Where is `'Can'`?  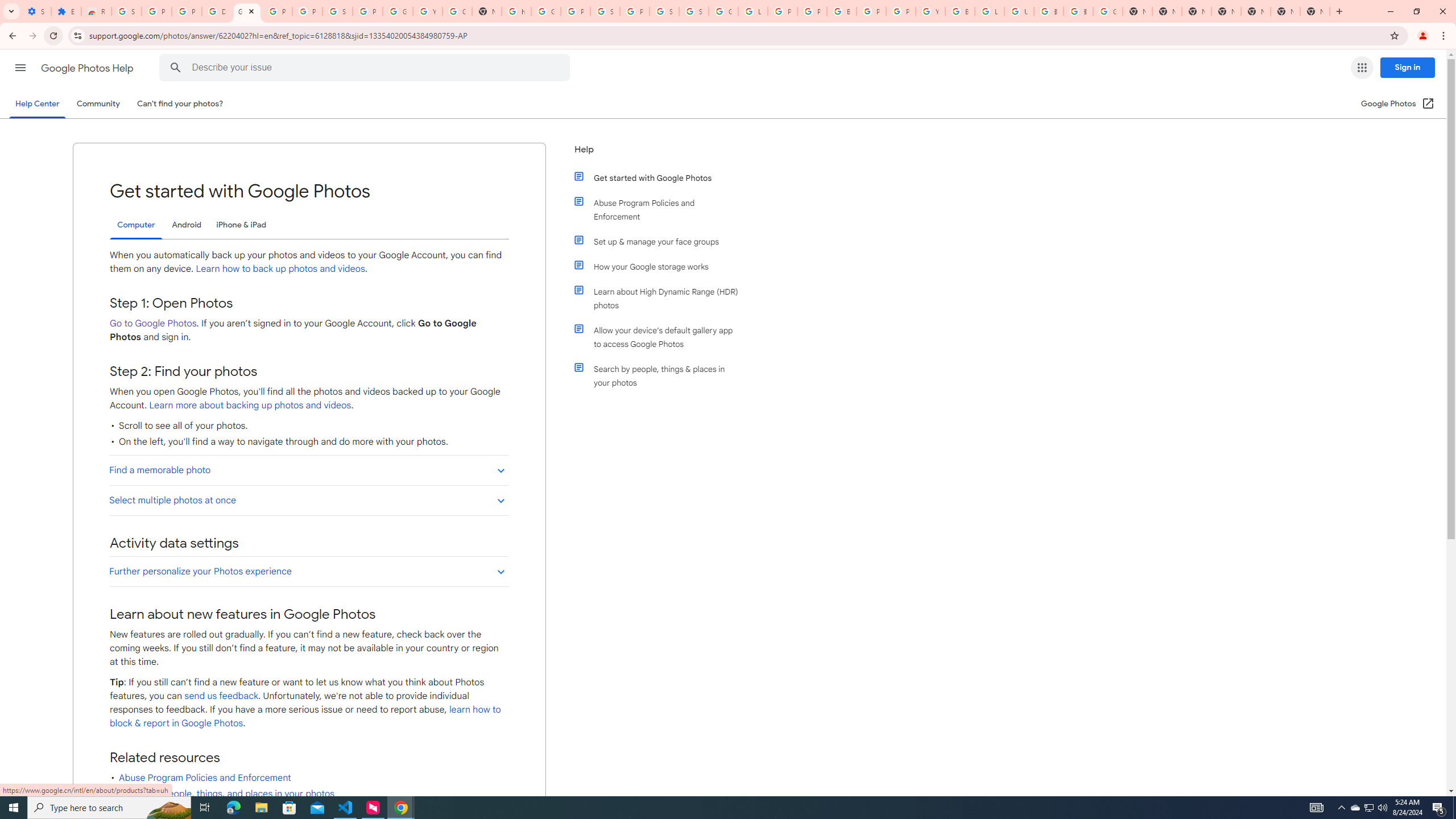
'Can' is located at coordinates (180, 103).